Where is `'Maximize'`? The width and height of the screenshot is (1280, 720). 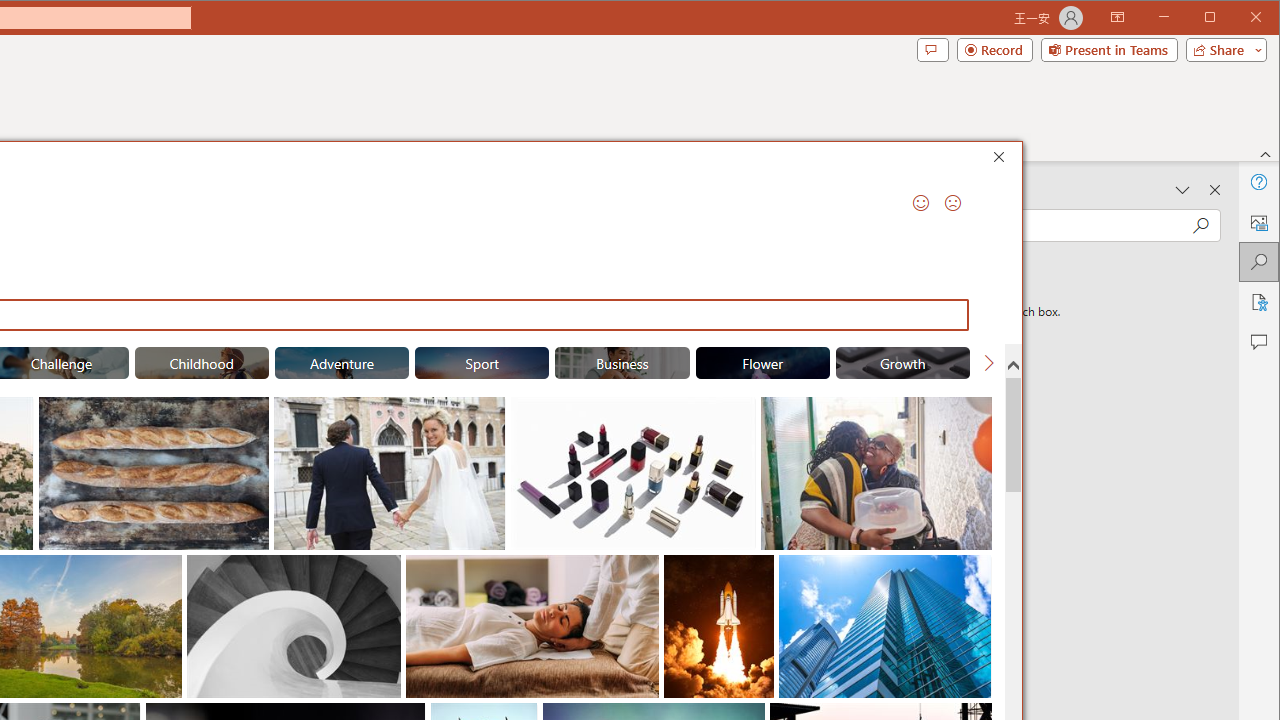
'Maximize' is located at coordinates (1238, 19).